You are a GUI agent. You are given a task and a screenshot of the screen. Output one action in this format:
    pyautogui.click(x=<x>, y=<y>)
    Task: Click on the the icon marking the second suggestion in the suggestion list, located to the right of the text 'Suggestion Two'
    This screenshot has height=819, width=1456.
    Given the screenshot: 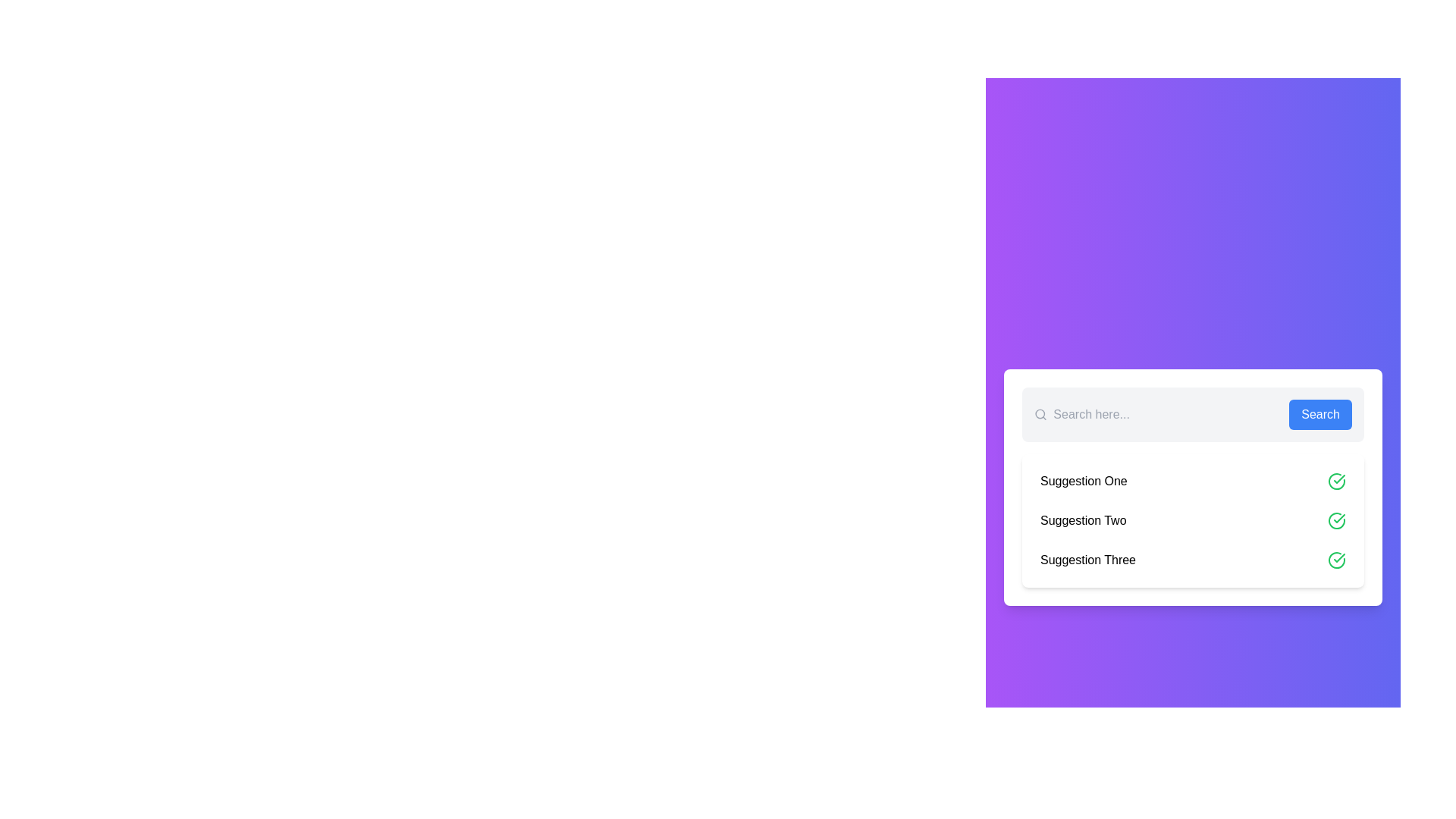 What is the action you would take?
    pyautogui.click(x=1339, y=479)
    